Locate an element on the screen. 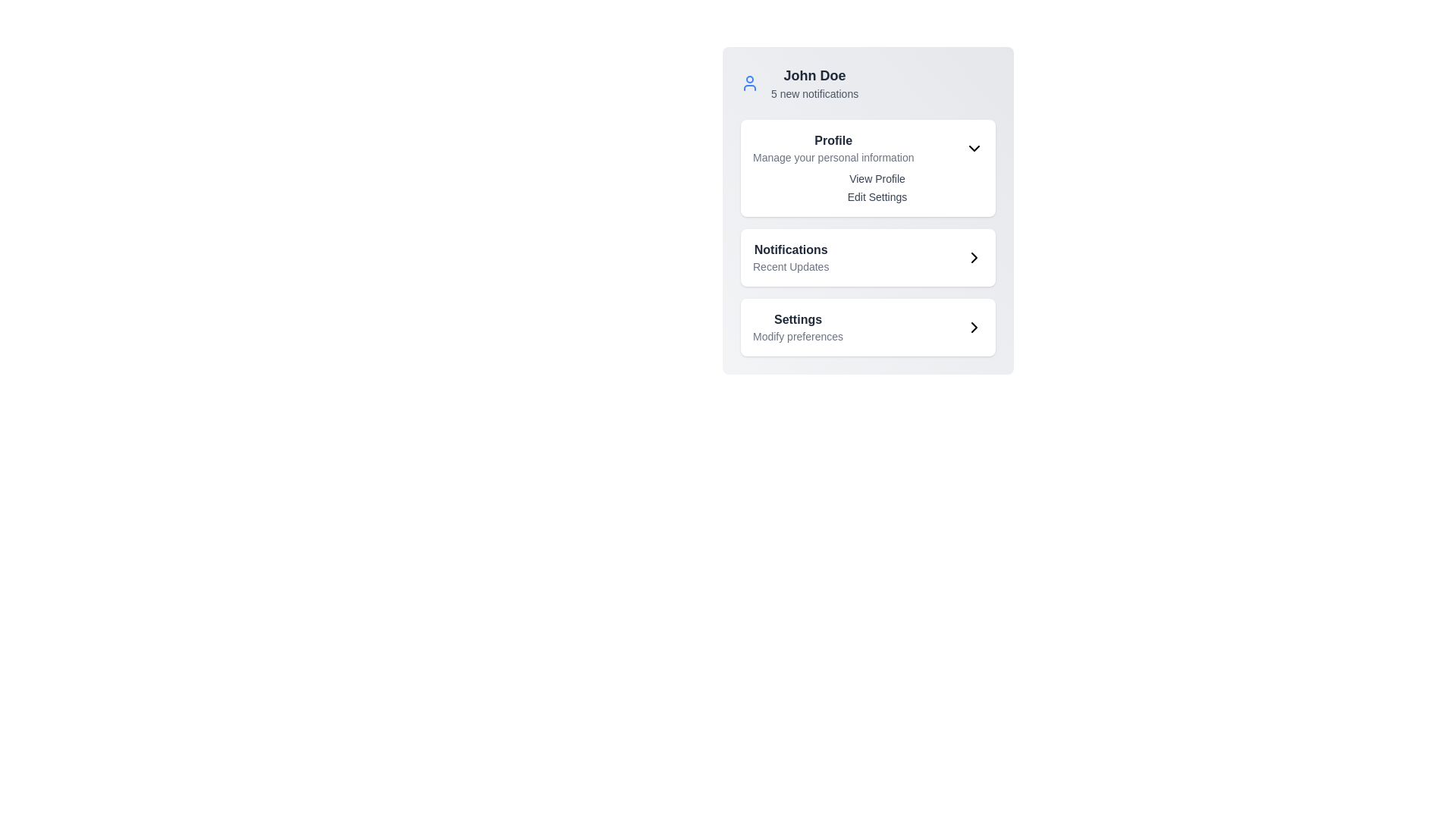  the dropdown indicator icon located on the right side of the 'Profile' text is located at coordinates (974, 149).